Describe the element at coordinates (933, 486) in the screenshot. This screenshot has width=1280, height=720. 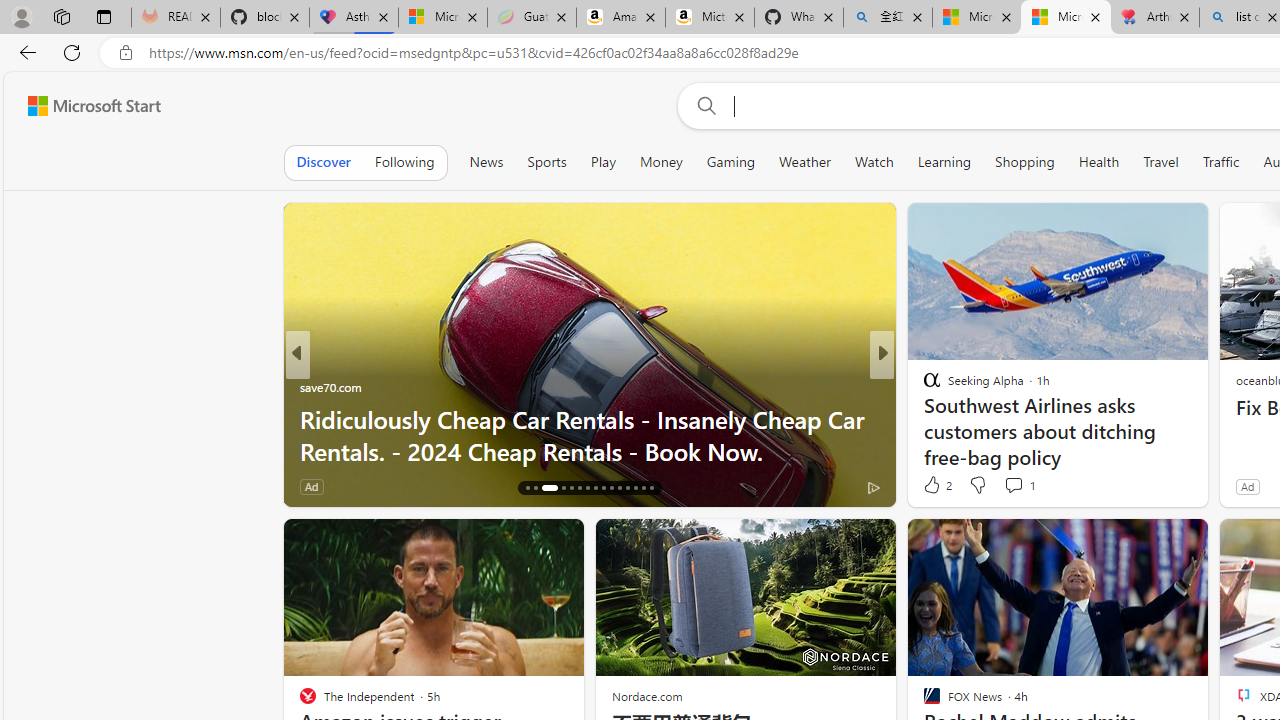
I see `'16 Like'` at that location.